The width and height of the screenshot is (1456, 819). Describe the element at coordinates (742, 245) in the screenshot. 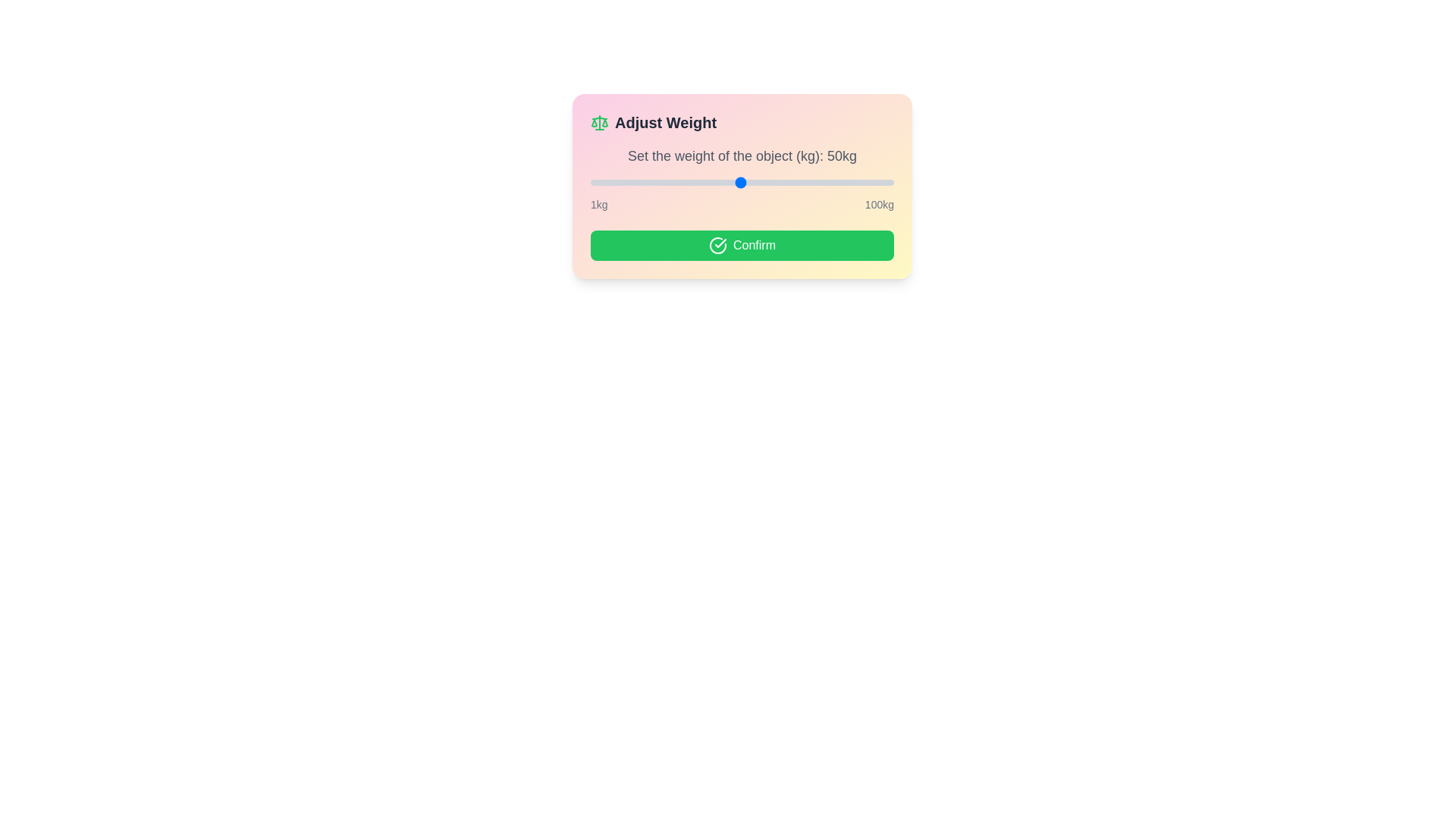

I see `'Confirm' button to submit the selected weight` at that location.